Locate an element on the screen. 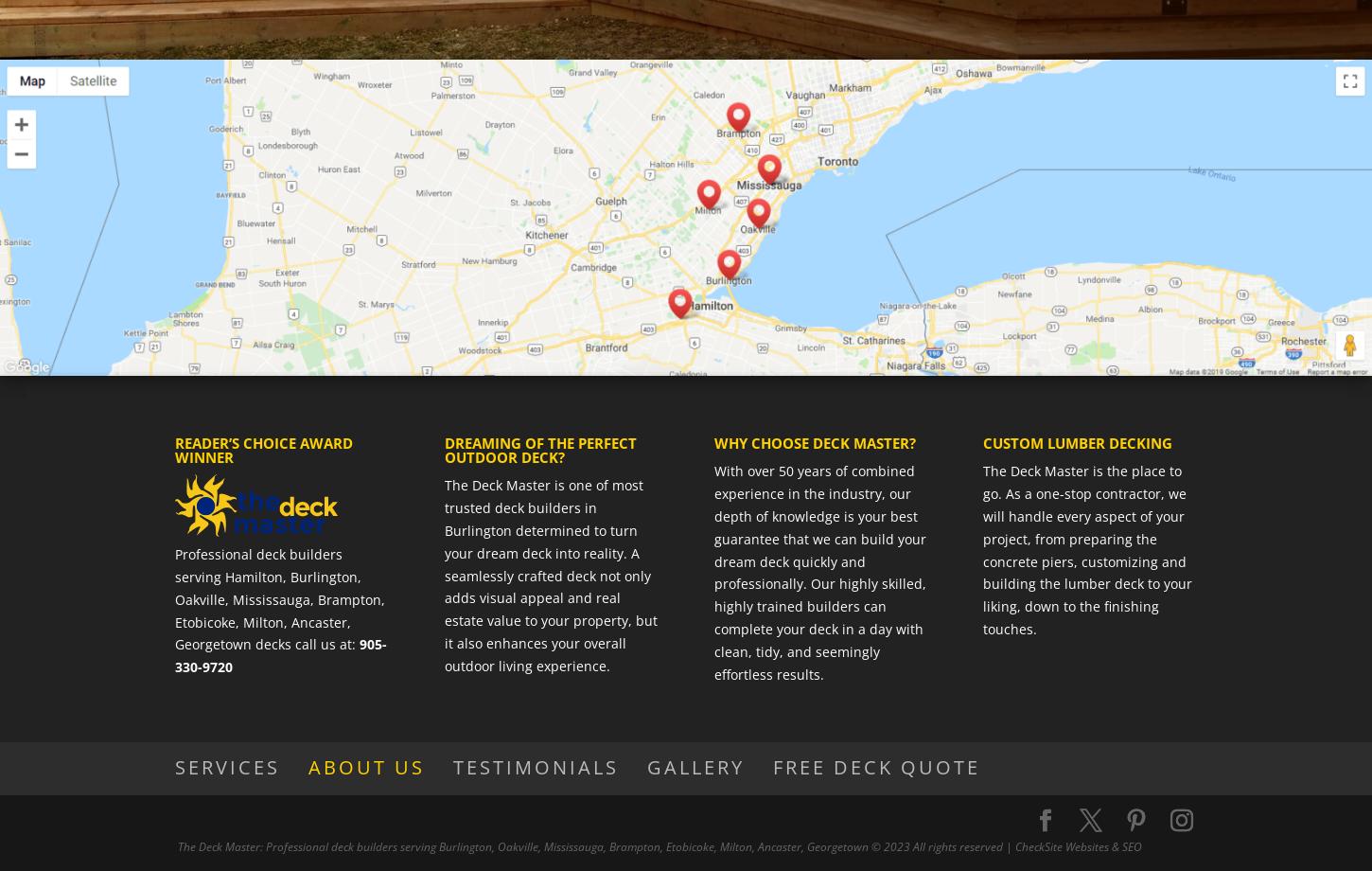 The image size is (1372, 871). 'About Us' is located at coordinates (365, 765).